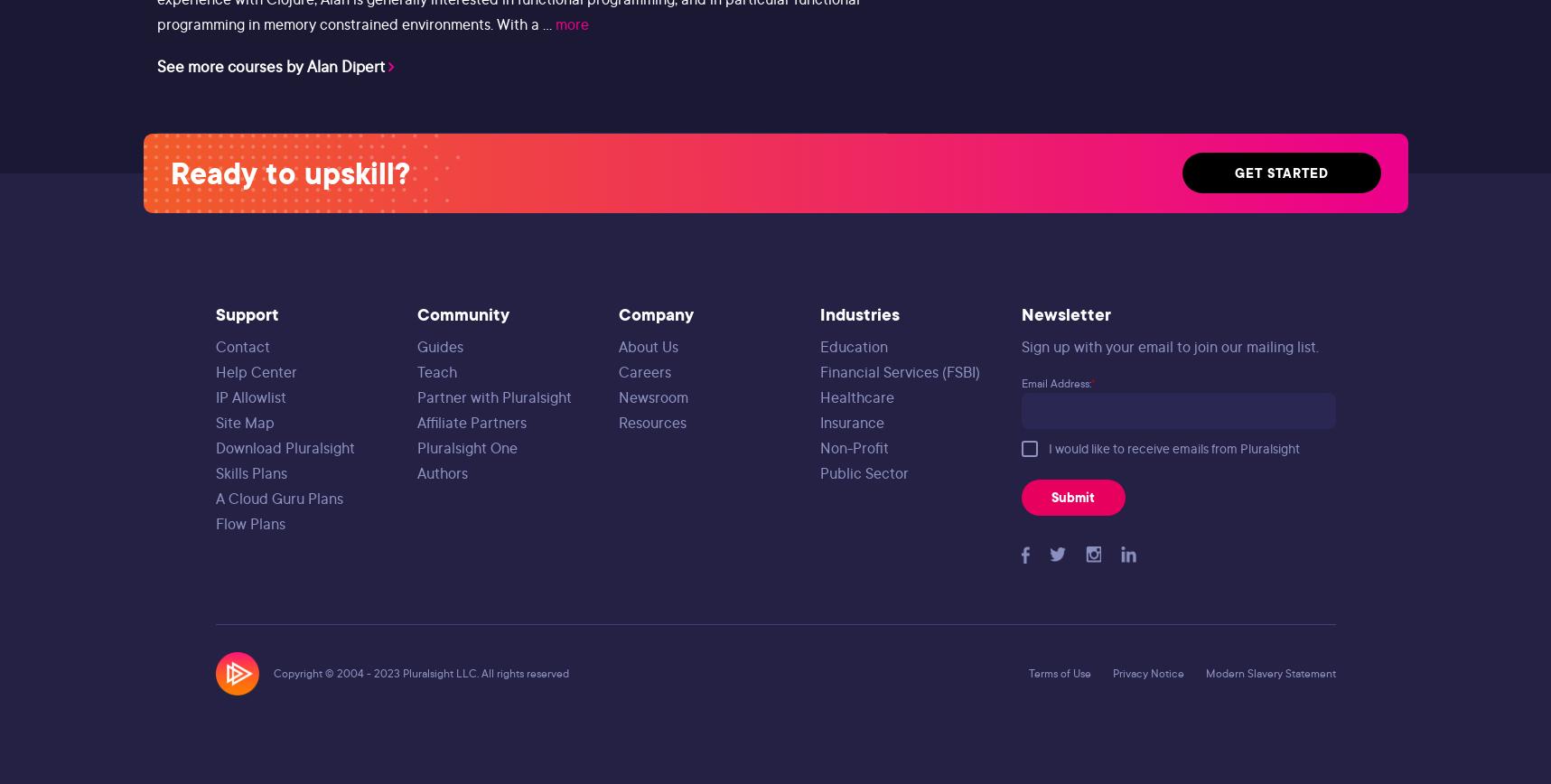 The image size is (1551, 784). I want to click on 'Copyright © 2004 - 2023 Pluralsight LLC. All rights reserved', so click(420, 672).